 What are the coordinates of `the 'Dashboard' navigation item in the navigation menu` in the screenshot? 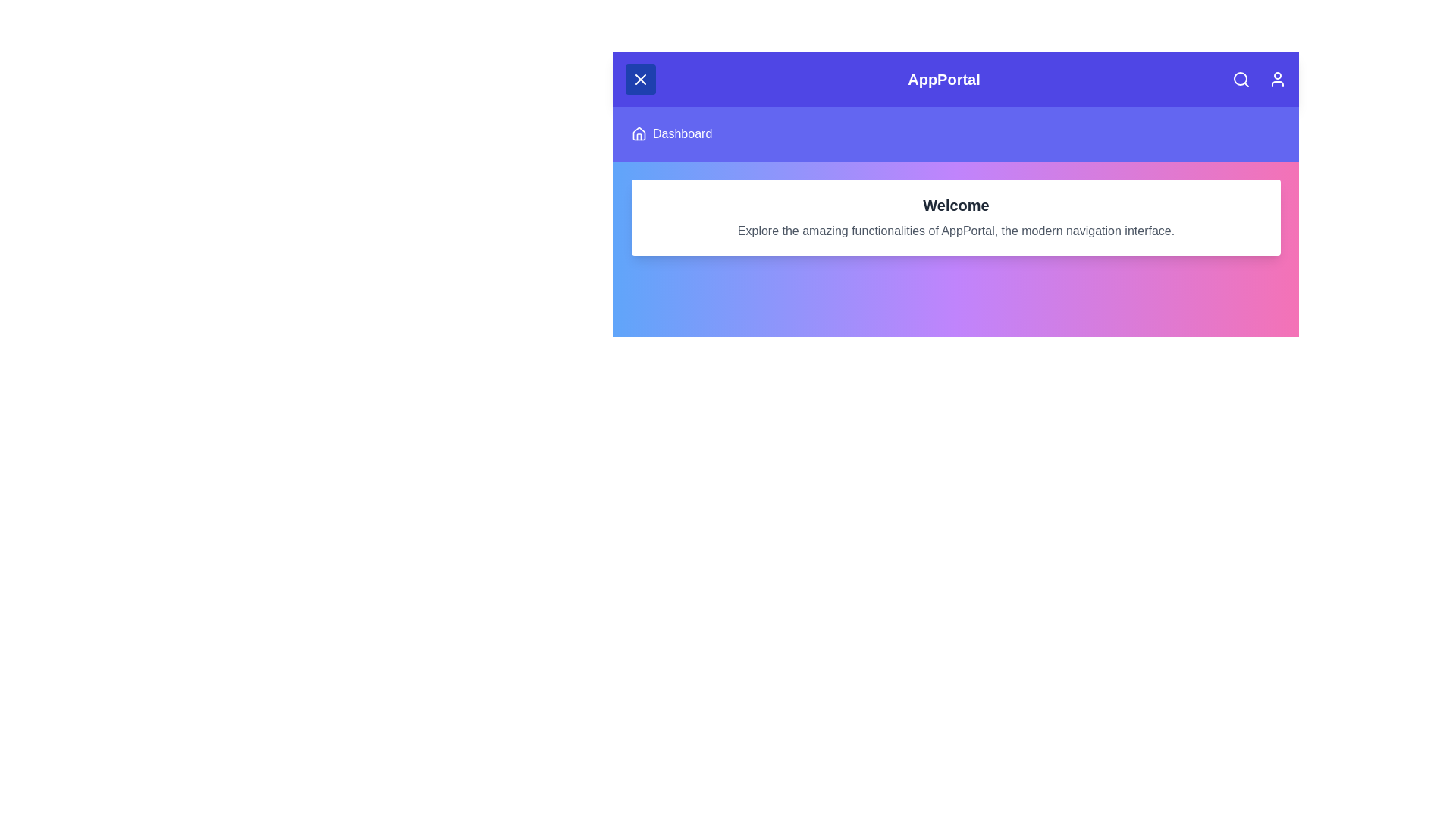 It's located at (682, 133).